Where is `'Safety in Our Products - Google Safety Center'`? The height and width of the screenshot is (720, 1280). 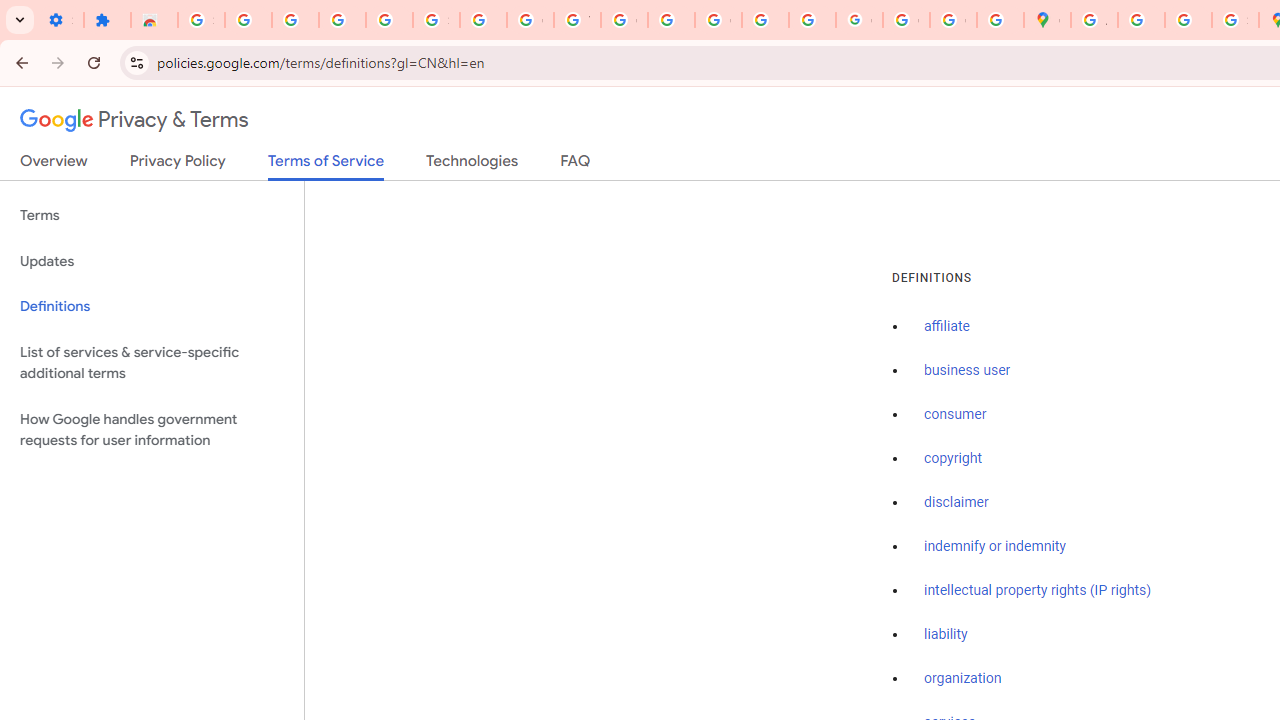 'Safety in Our Products - Google Safety Center' is located at coordinates (1234, 20).